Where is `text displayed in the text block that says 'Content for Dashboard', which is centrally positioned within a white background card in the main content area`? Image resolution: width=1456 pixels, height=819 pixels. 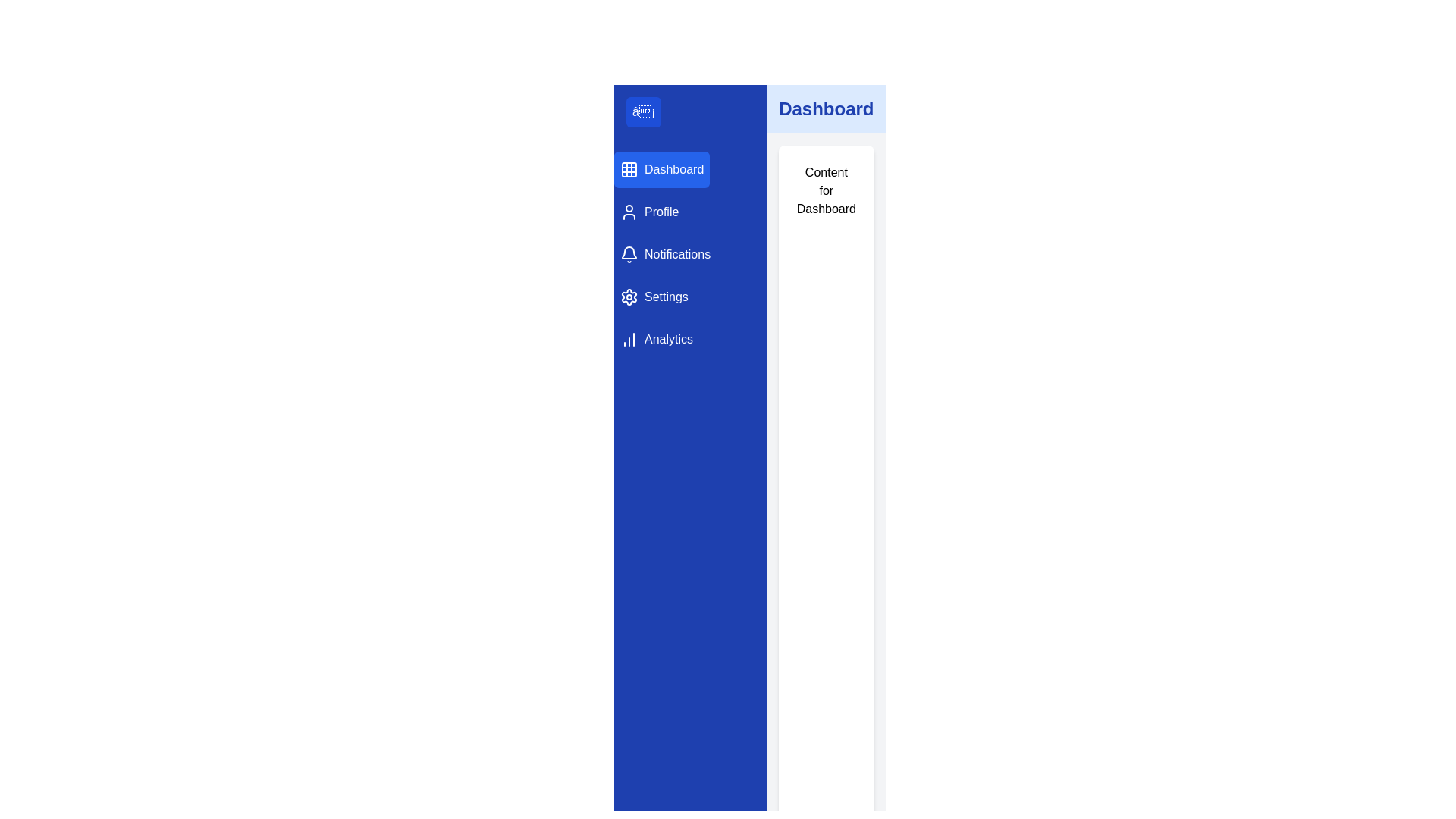 text displayed in the text block that says 'Content for Dashboard', which is centrally positioned within a white background card in the main content area is located at coordinates (825, 190).